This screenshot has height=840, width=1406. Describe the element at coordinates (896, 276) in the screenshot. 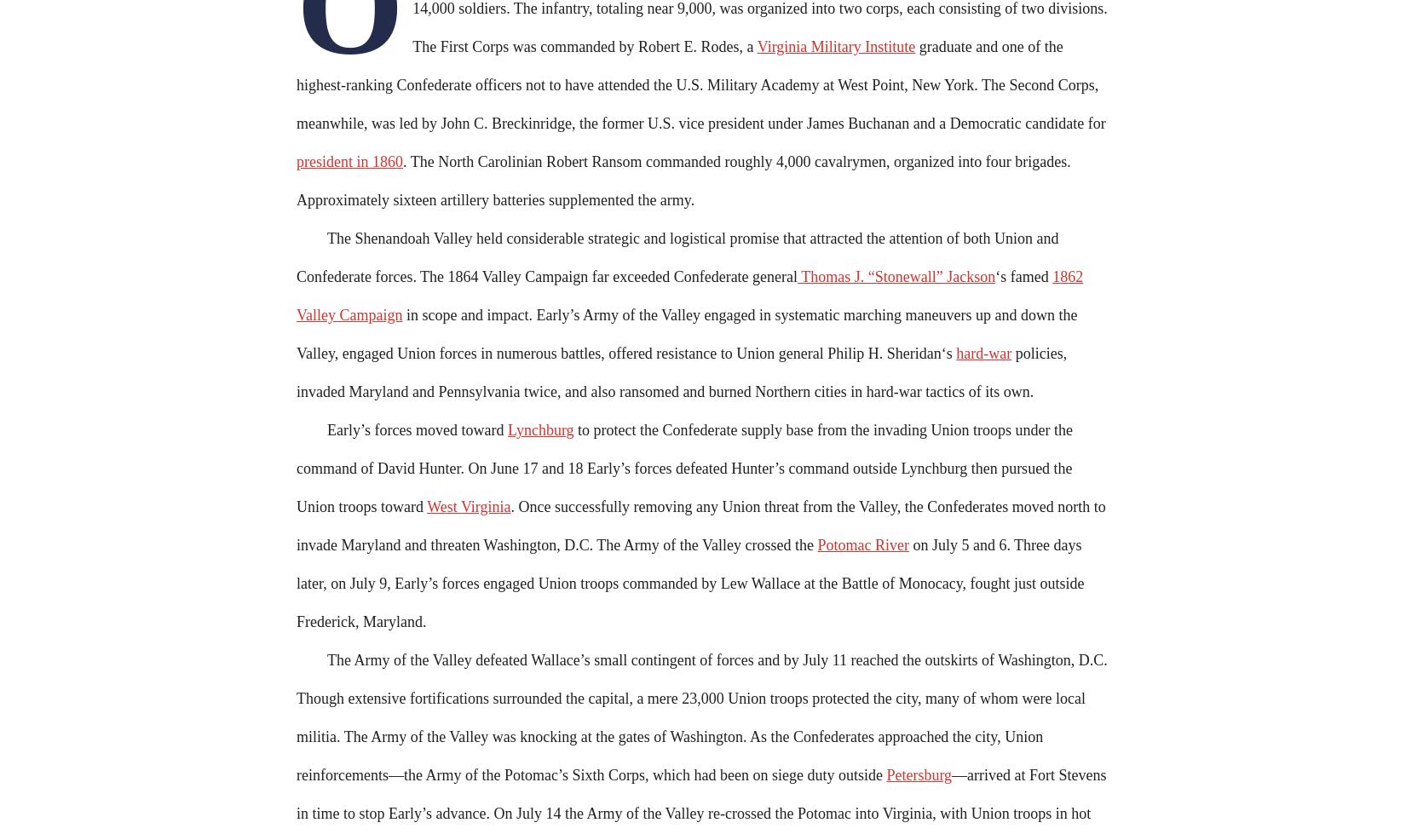

I see `'Thomas J. “Stonewall” Jackson'` at that location.